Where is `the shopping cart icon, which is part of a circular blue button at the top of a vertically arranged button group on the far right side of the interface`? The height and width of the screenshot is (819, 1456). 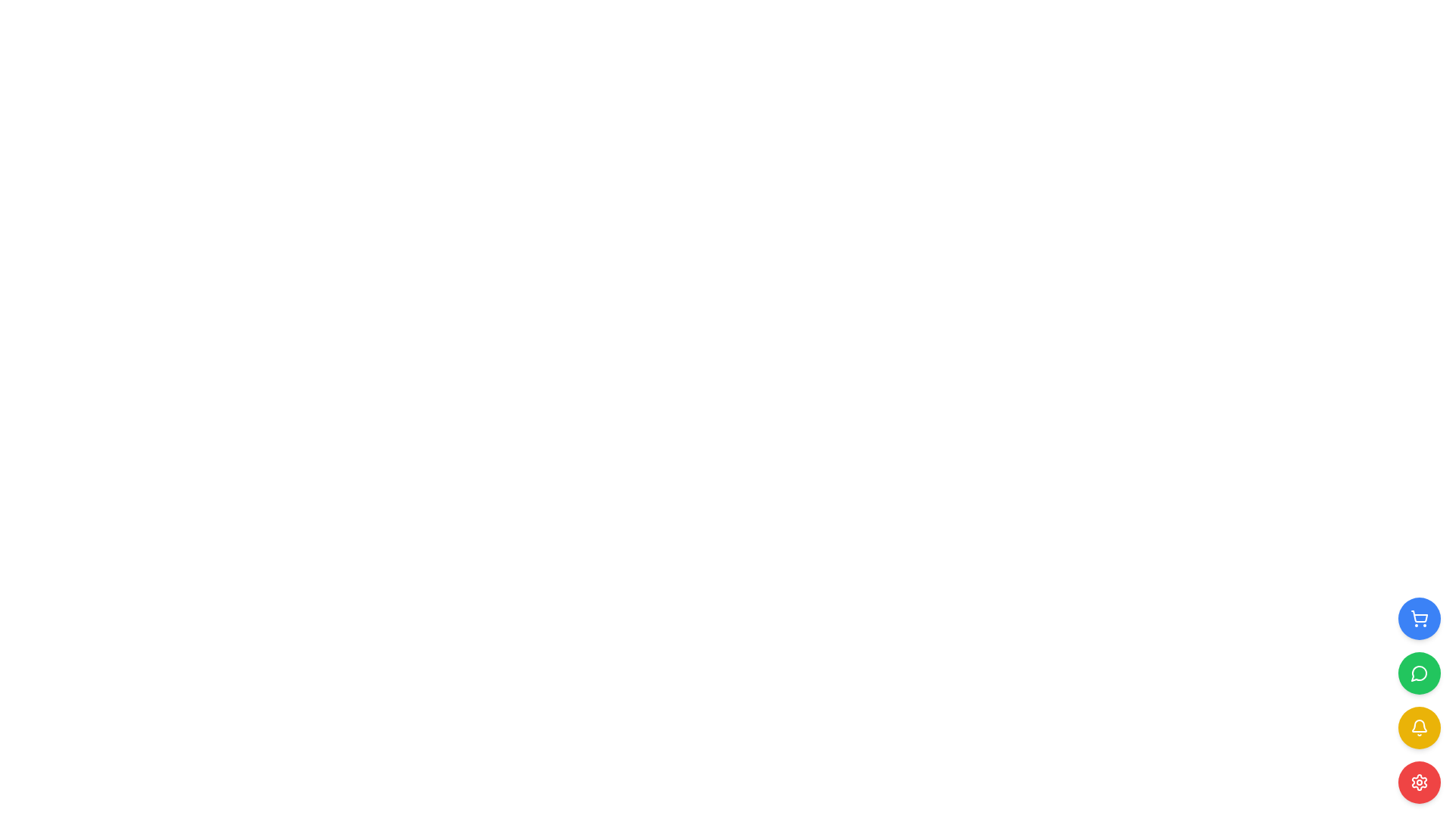 the shopping cart icon, which is part of a circular blue button at the top of a vertically arranged button group on the far right side of the interface is located at coordinates (1419, 619).